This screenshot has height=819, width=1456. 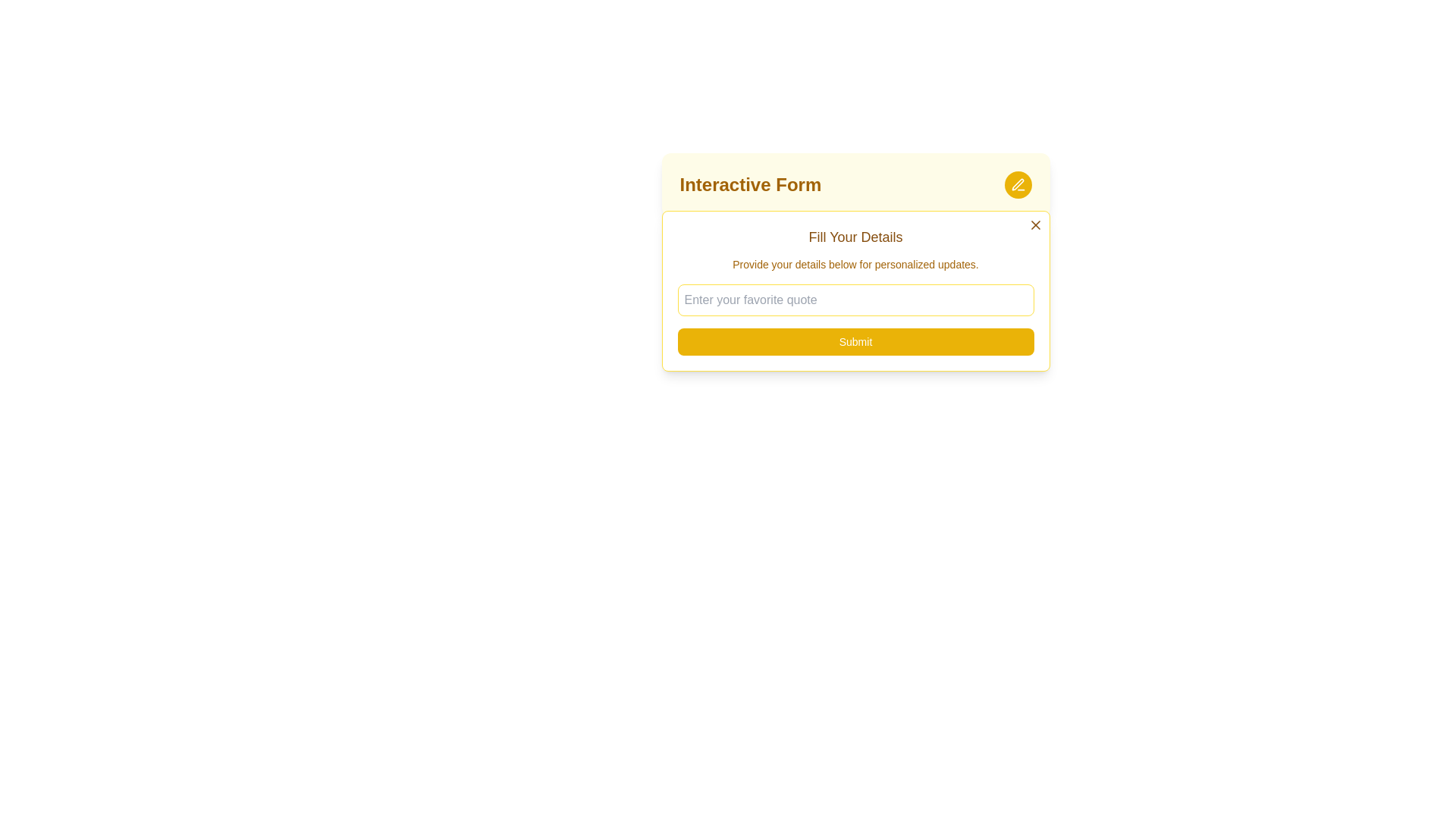 What do you see at coordinates (855, 318) in the screenshot?
I see `the 'Submit' button, which is a rectangular button with rounded corners, yellow background, and white text, located directly below the text input field labeled 'Enter your favorite quote'` at bounding box center [855, 318].